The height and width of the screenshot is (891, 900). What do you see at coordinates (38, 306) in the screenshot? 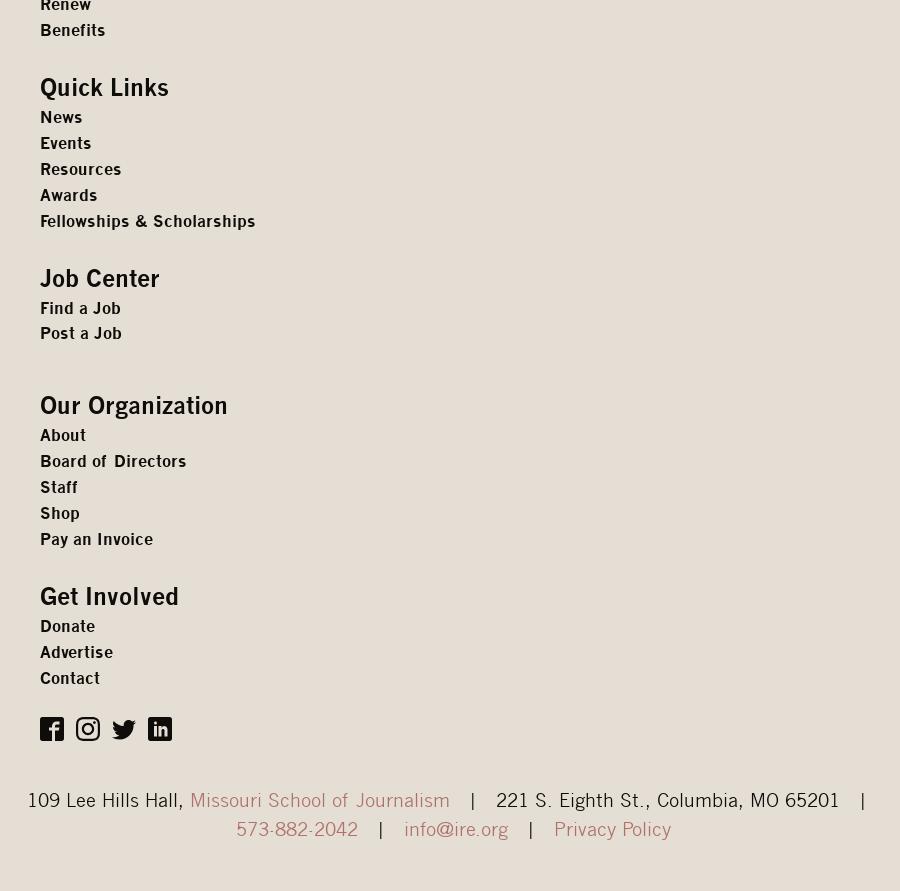
I see `'Find a Job'` at bounding box center [38, 306].